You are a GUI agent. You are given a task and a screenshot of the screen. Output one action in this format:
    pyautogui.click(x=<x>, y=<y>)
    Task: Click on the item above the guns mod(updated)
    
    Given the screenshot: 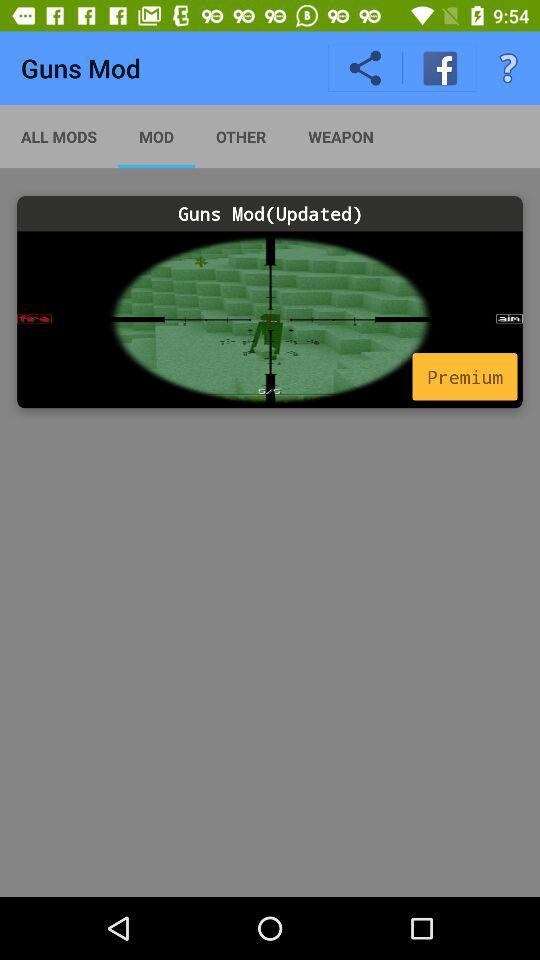 What is the action you would take?
    pyautogui.click(x=508, y=68)
    